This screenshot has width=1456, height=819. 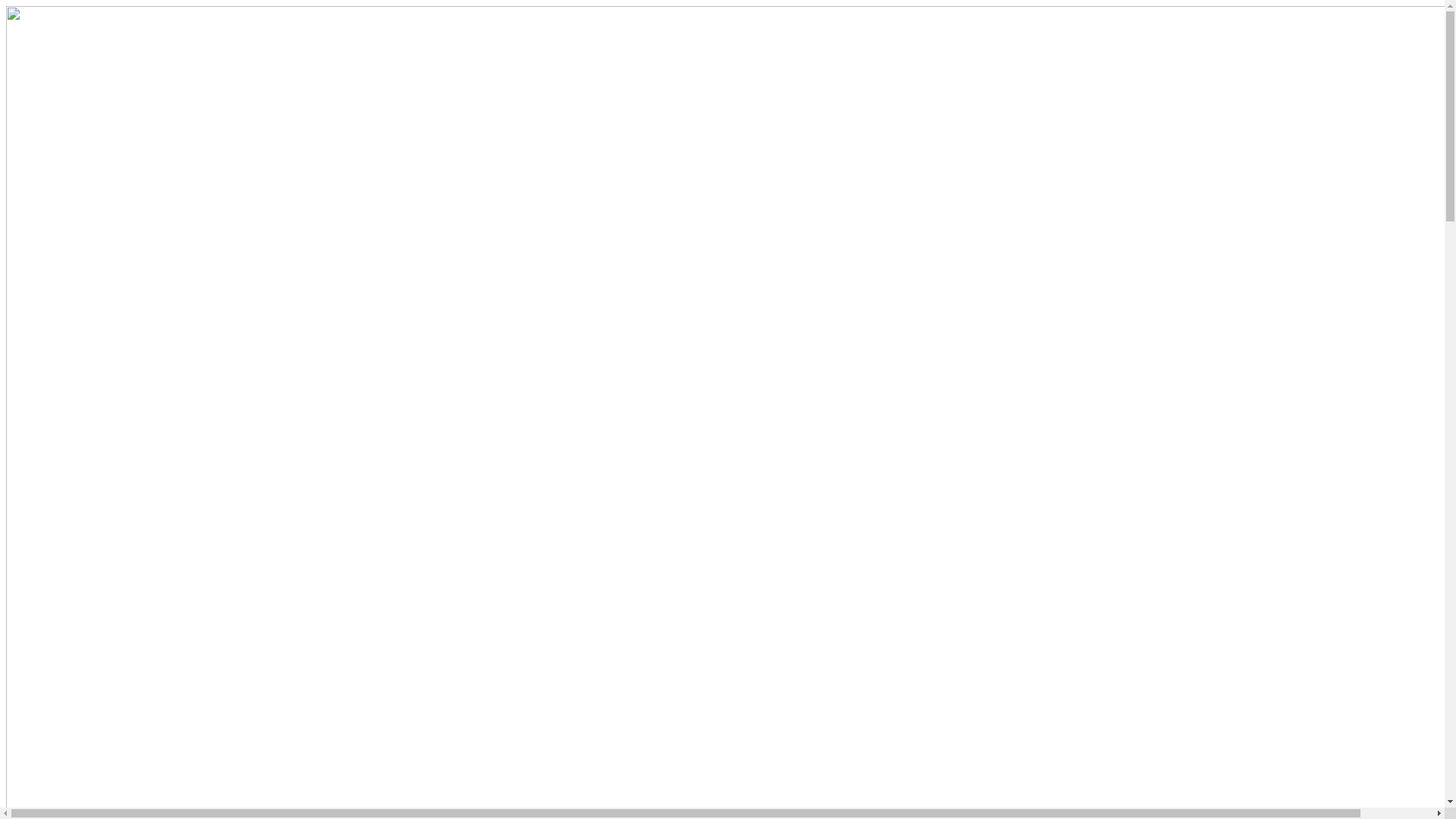 What do you see at coordinates (5, 5) in the screenshot?
I see `'Zum Inhalt springen'` at bounding box center [5, 5].